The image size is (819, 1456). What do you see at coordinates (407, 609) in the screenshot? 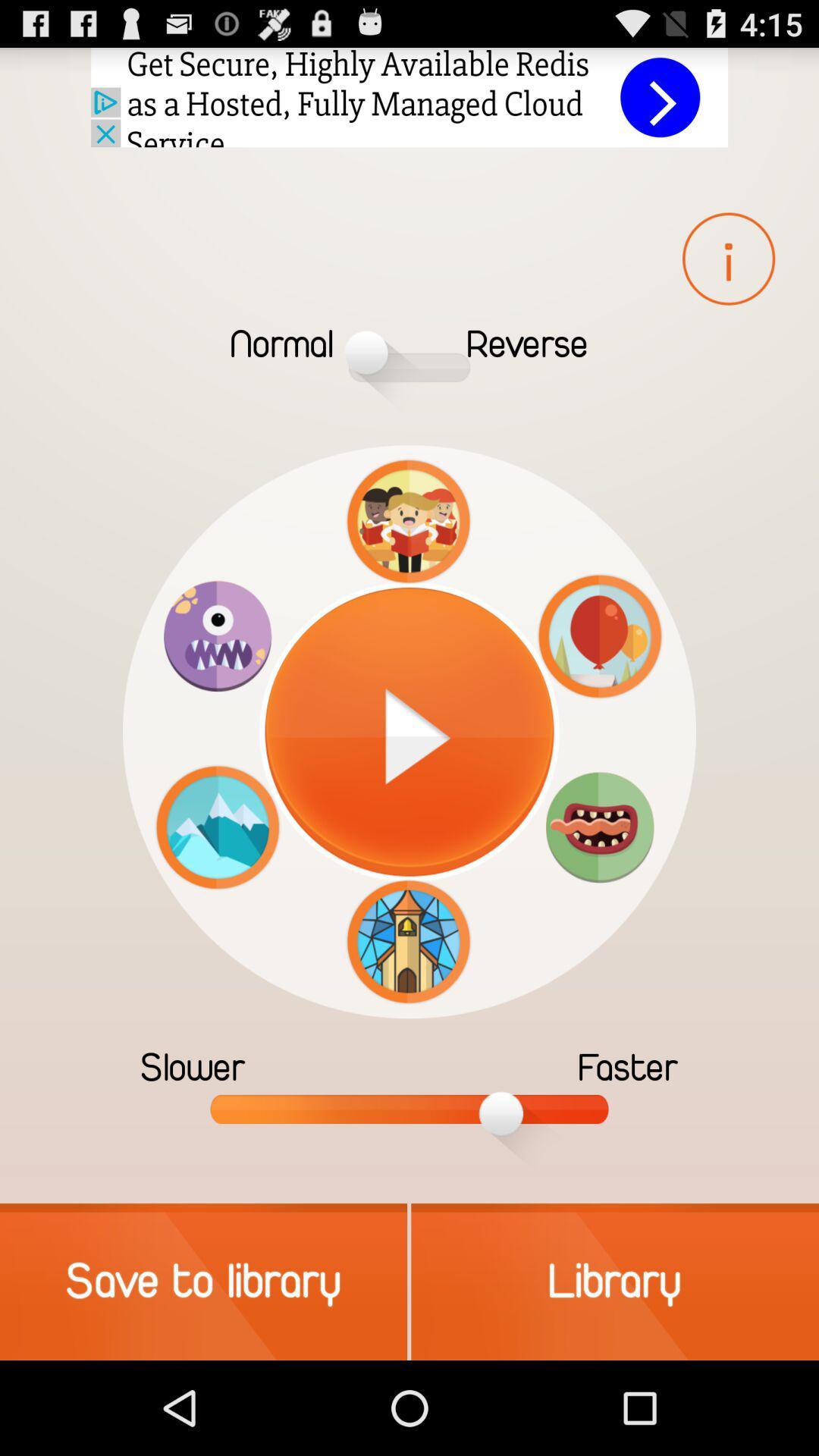
I see `the gift icon` at bounding box center [407, 609].